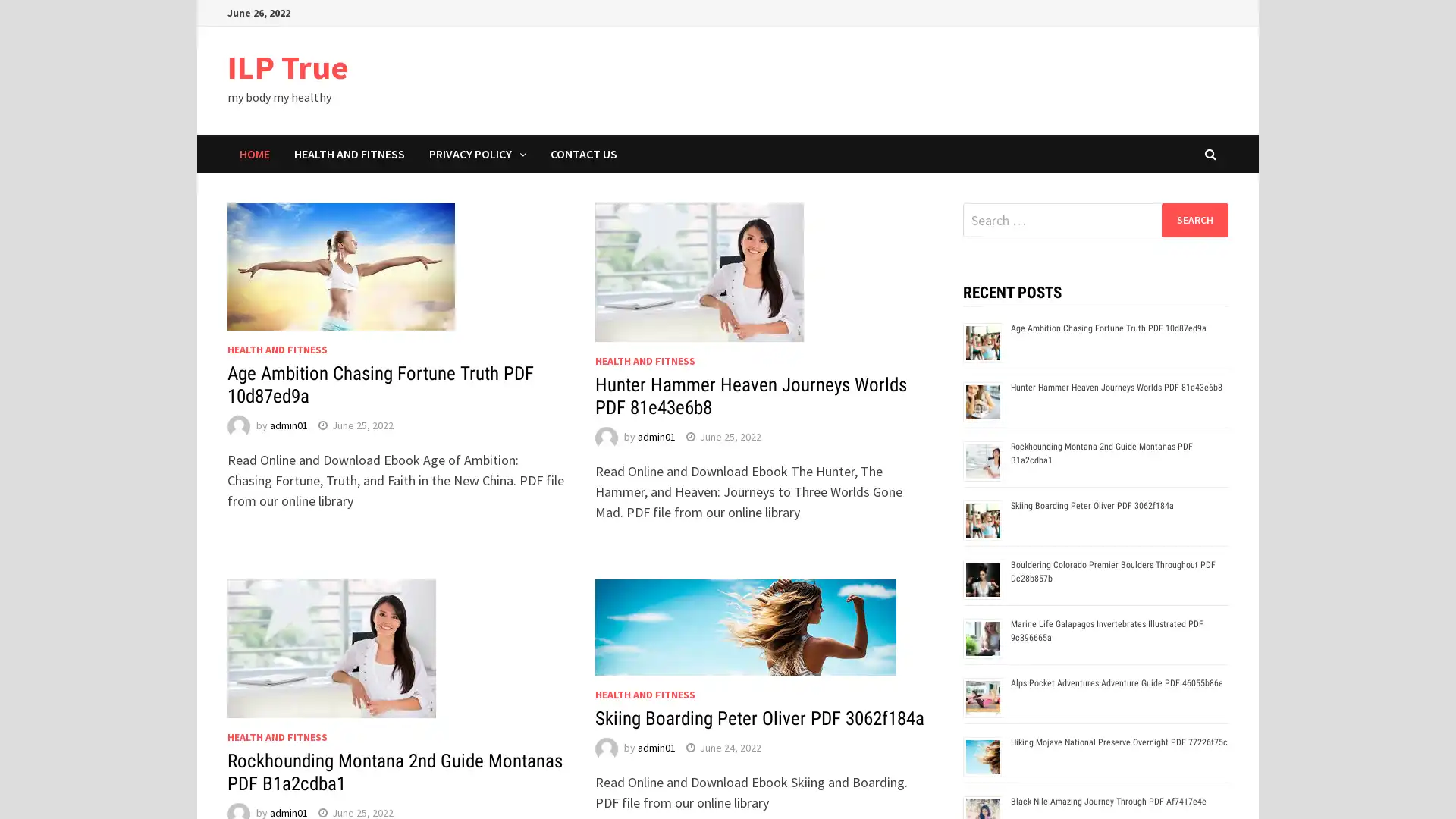 The image size is (1456, 819). Describe the element at coordinates (1194, 219) in the screenshot. I see `Search` at that location.